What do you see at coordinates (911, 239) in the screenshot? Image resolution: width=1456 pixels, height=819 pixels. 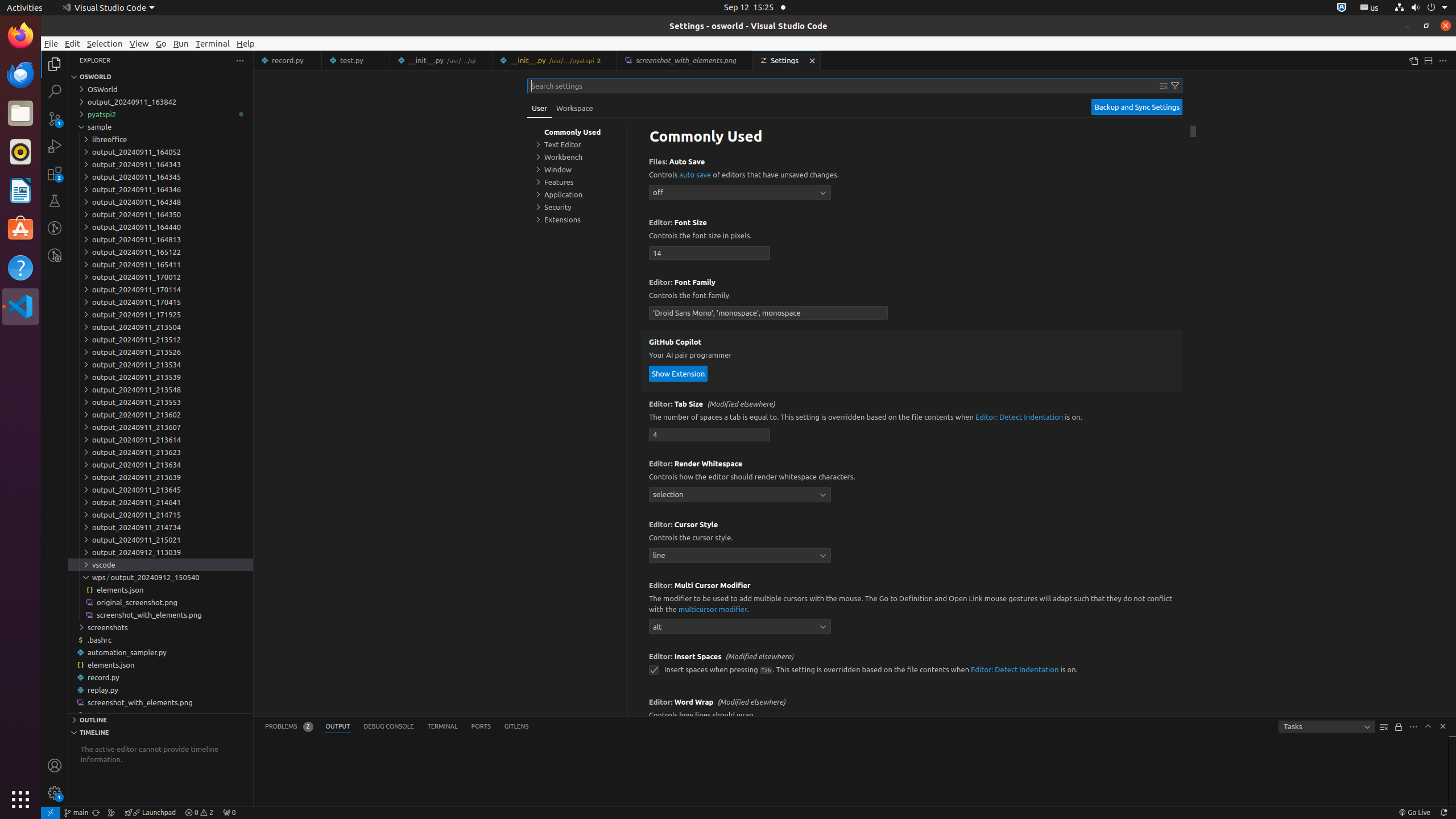 I see `'Editor Font Size. Controls the font size in pixels. '` at bounding box center [911, 239].